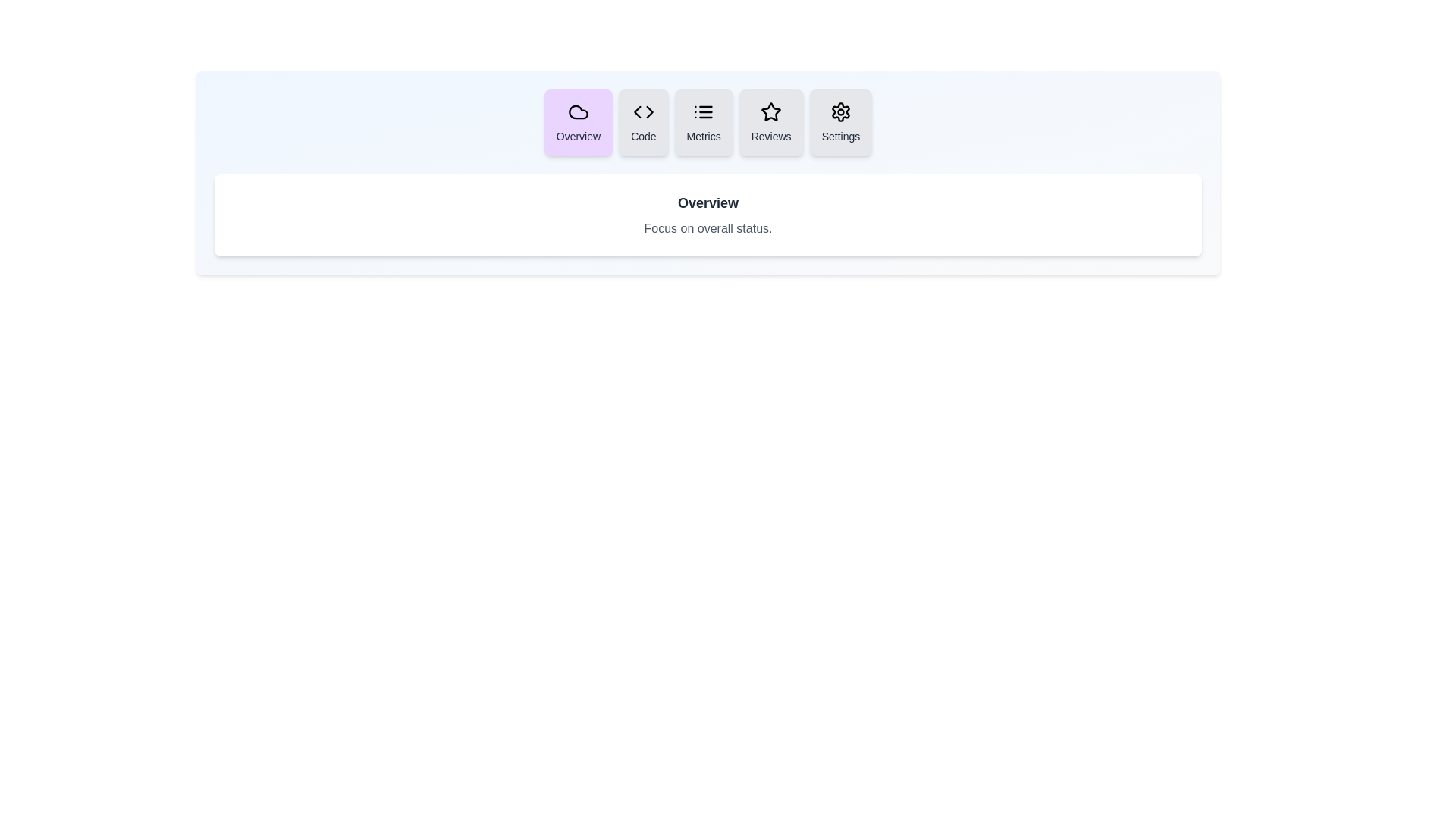  Describe the element at coordinates (771, 122) in the screenshot. I see `the tab labeled Reviews` at that location.